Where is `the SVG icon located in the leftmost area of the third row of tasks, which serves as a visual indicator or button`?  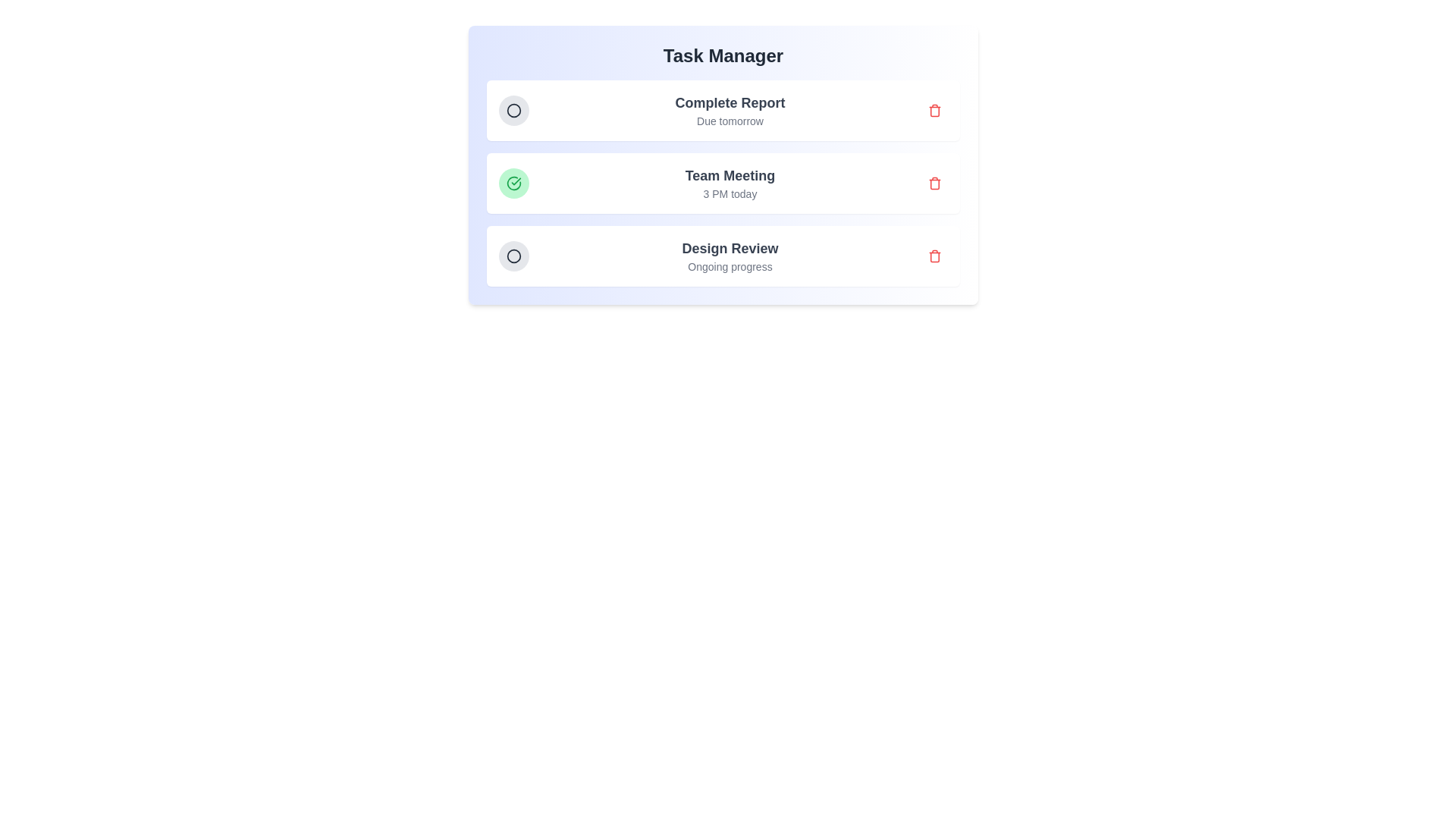
the SVG icon located in the leftmost area of the third row of tasks, which serves as a visual indicator or button is located at coordinates (513, 256).